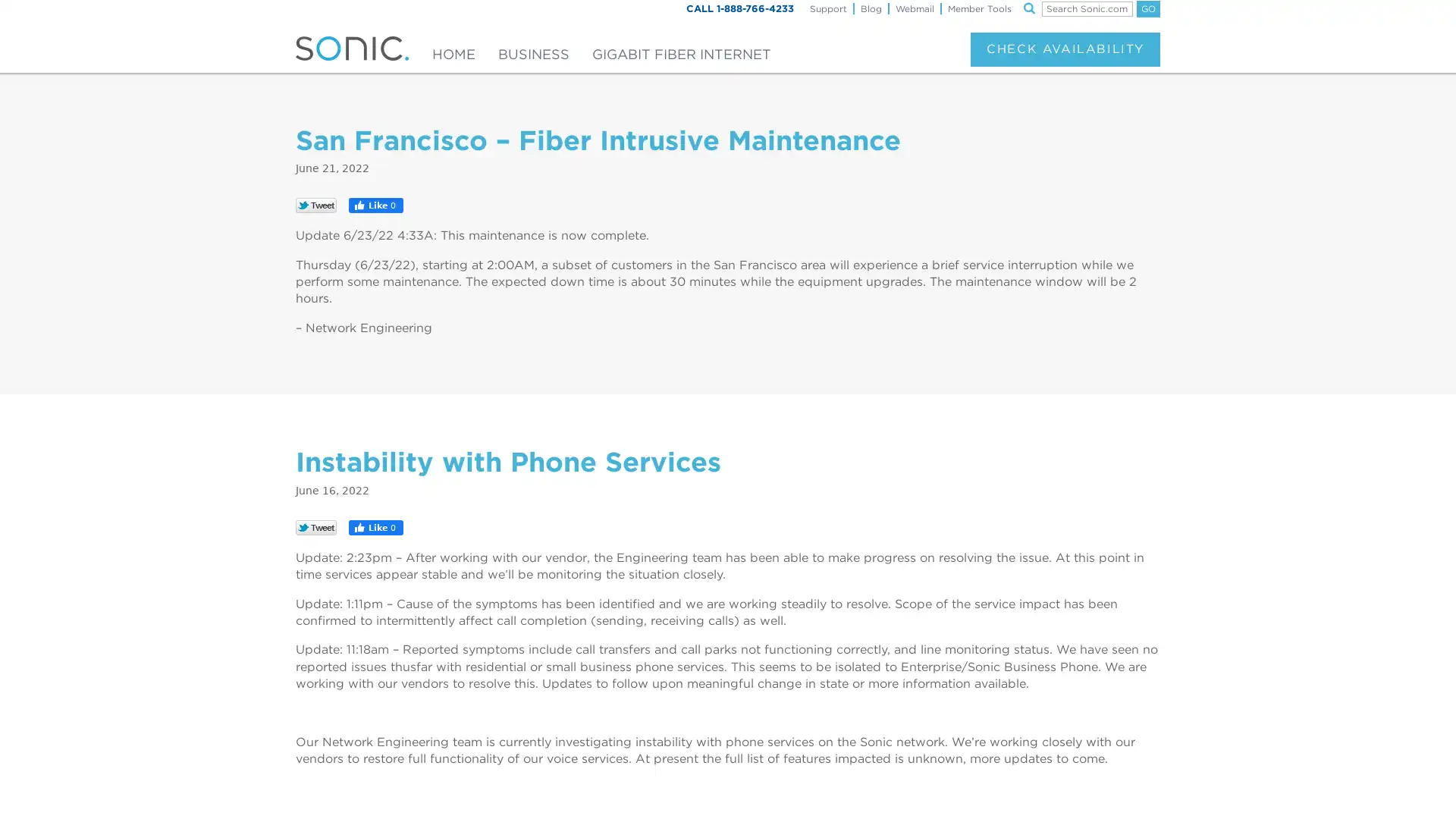  What do you see at coordinates (1148, 8) in the screenshot?
I see `GO` at bounding box center [1148, 8].